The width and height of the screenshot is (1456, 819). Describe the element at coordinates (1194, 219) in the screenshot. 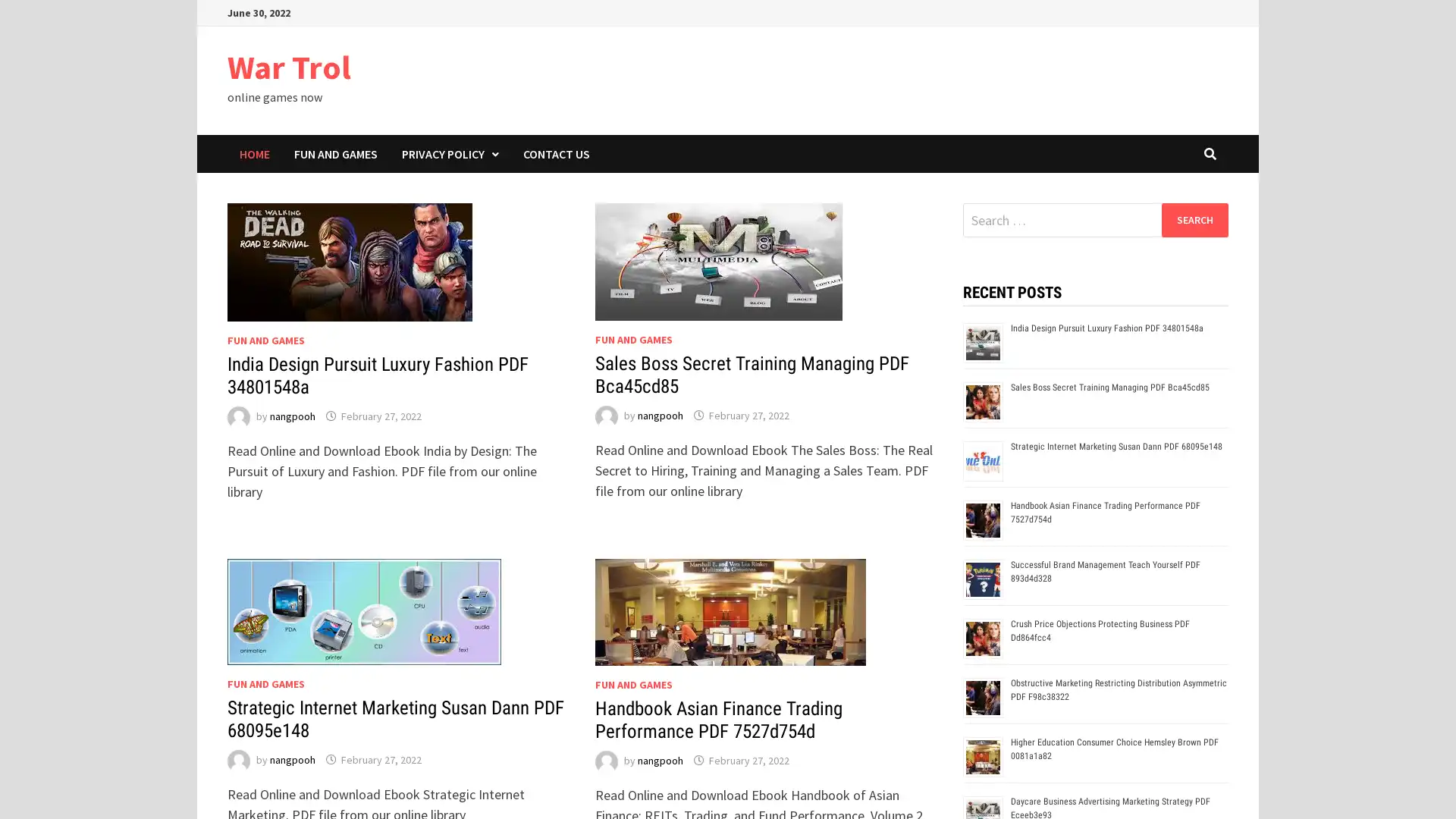

I see `Search` at that location.